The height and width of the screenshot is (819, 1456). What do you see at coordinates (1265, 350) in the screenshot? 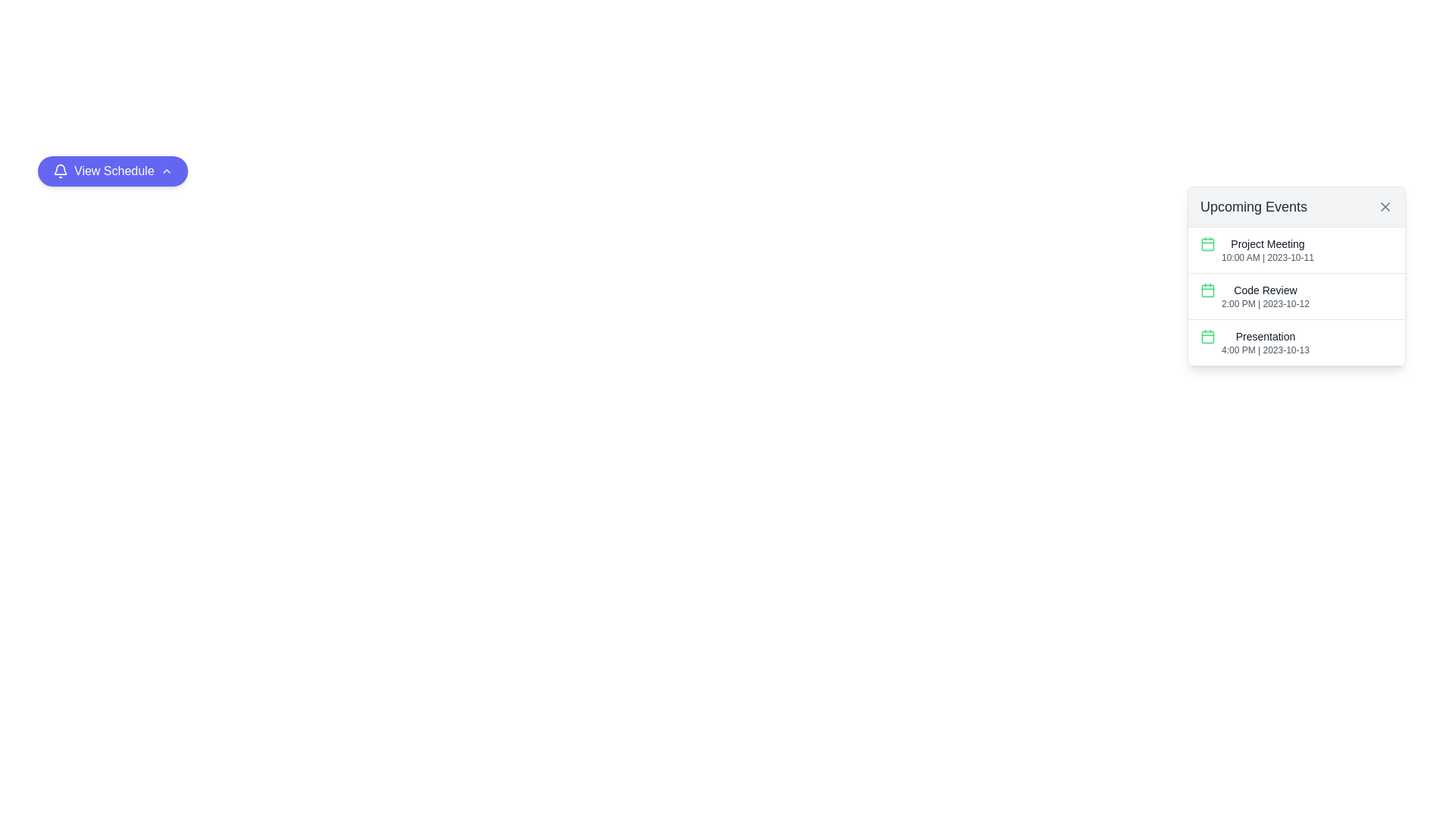
I see `the non-interactive text label that displays the scheduled time and date for the event labeled 'Presentation', located below the 'Presentation' text in the 'Upcoming Events' section` at bounding box center [1265, 350].